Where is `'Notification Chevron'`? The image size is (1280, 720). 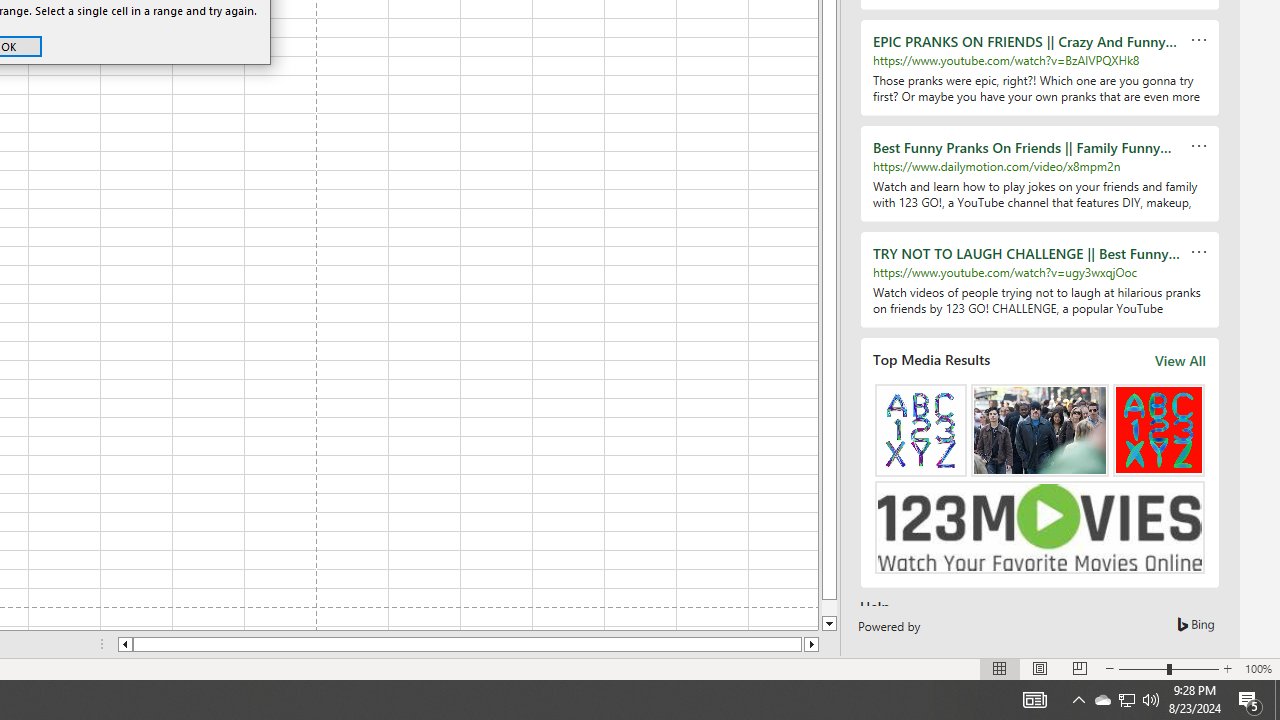 'Notification Chevron' is located at coordinates (1078, 698).